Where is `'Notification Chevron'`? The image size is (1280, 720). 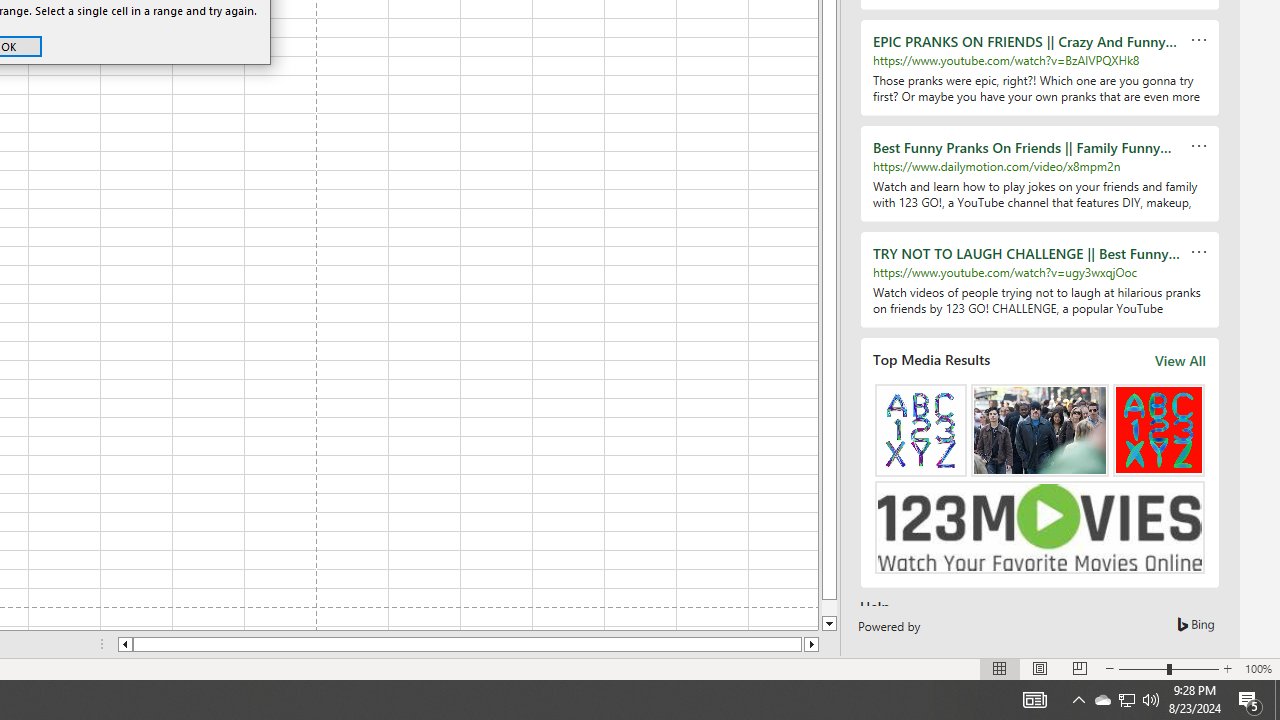 'Notification Chevron' is located at coordinates (1078, 698).